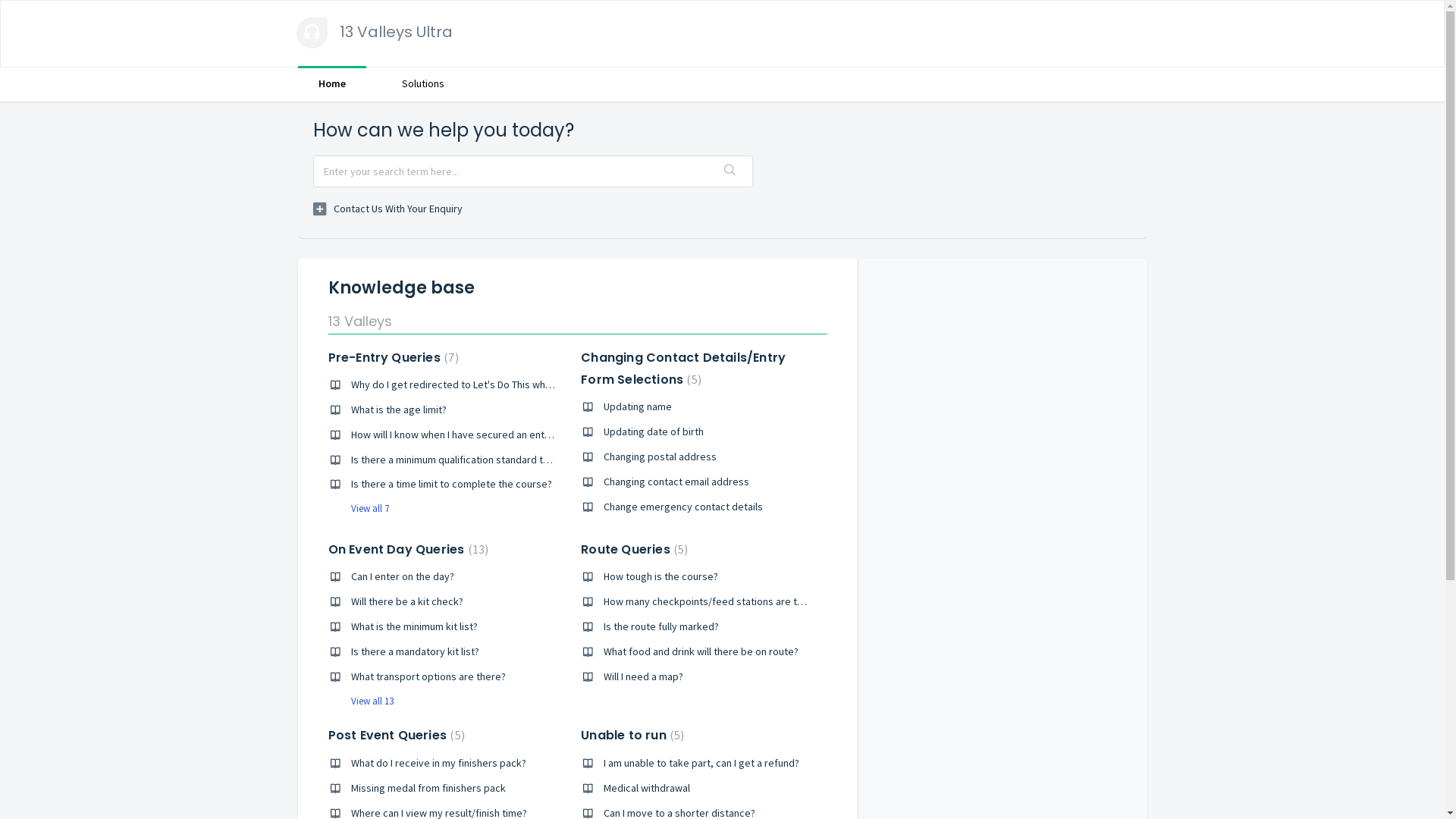 The image size is (1456, 819). Describe the element at coordinates (414, 651) in the screenshot. I see `'Is there a mandatory kit list?'` at that location.